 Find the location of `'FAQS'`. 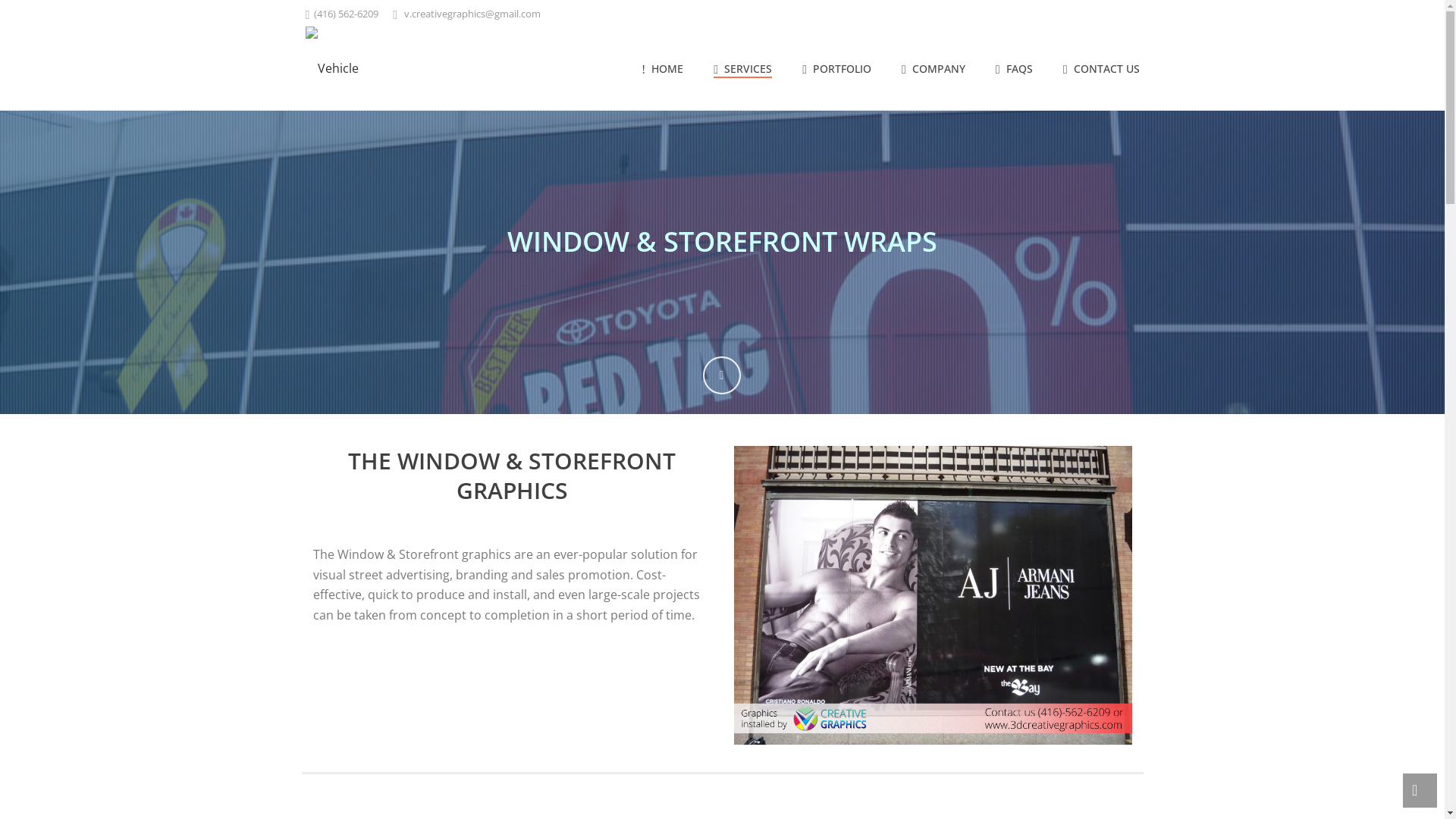

'FAQS' is located at coordinates (1014, 70).